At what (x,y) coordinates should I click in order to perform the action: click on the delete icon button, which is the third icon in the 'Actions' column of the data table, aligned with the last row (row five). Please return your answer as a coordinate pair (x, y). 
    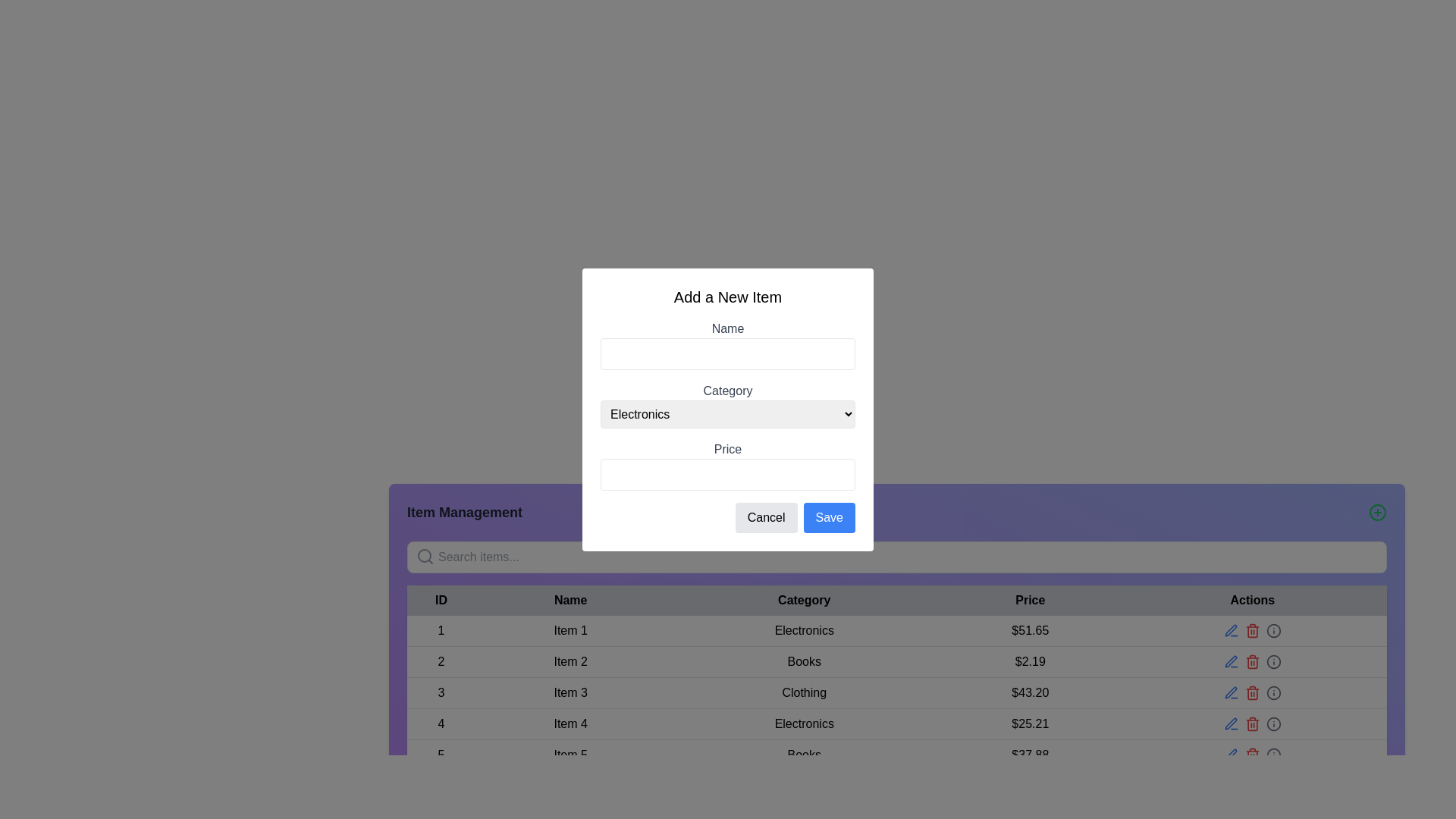
    Looking at the image, I should click on (1252, 755).